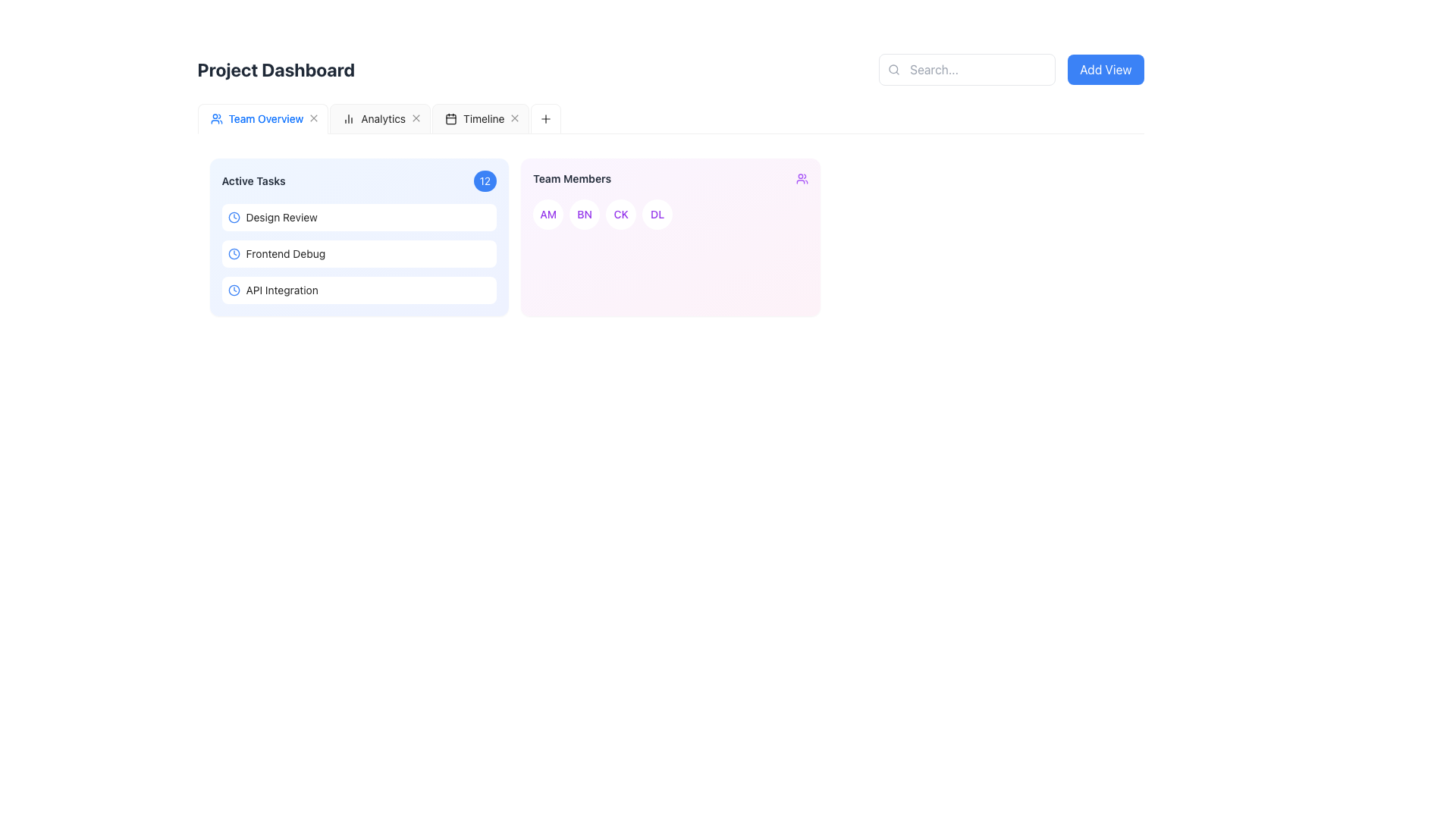 The image size is (1456, 819). I want to click on the 'Team Overview' tab in the top navigation bar, so click(265, 118).